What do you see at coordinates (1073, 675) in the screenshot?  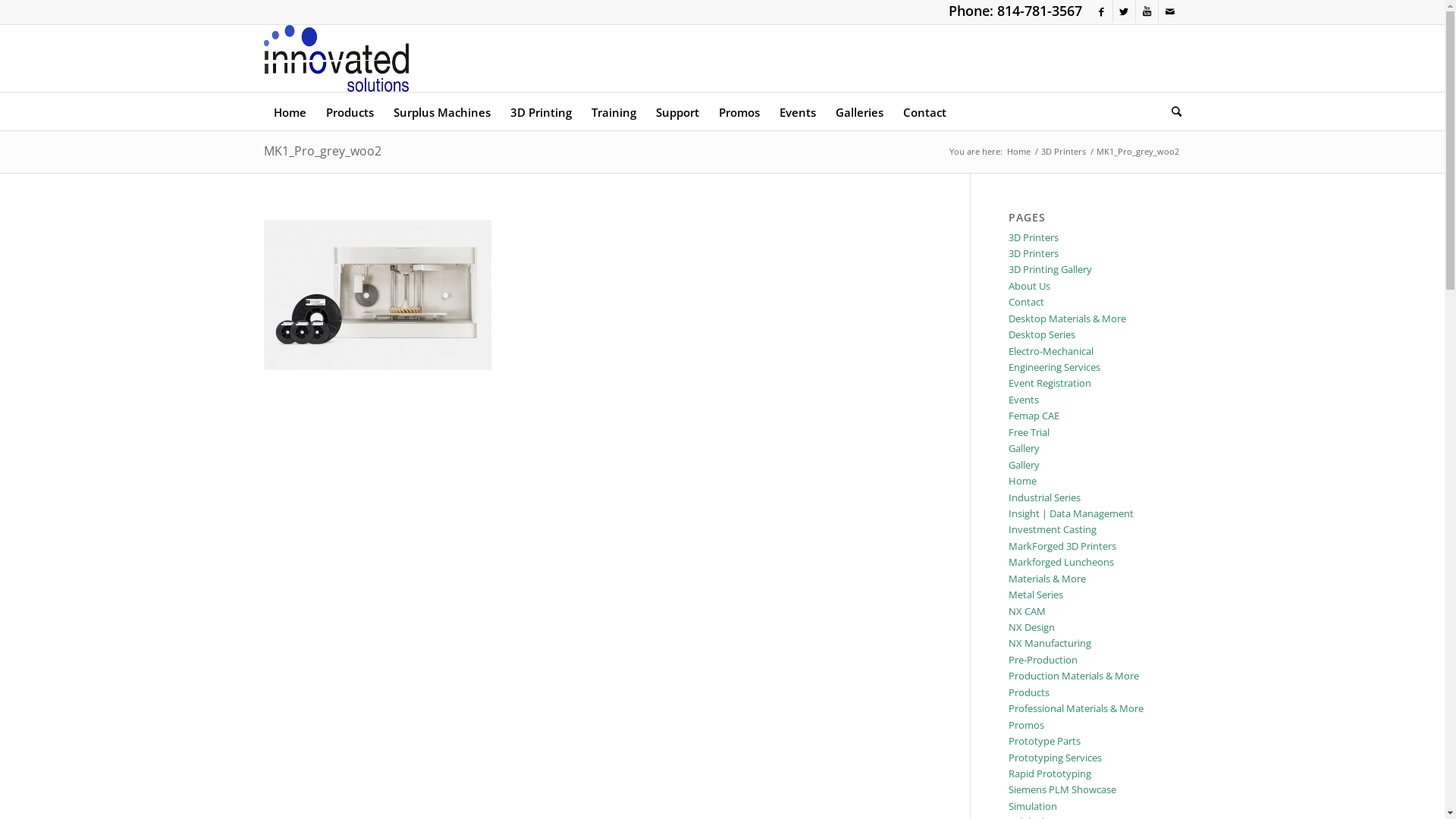 I see `'Production Materials & More'` at bounding box center [1073, 675].